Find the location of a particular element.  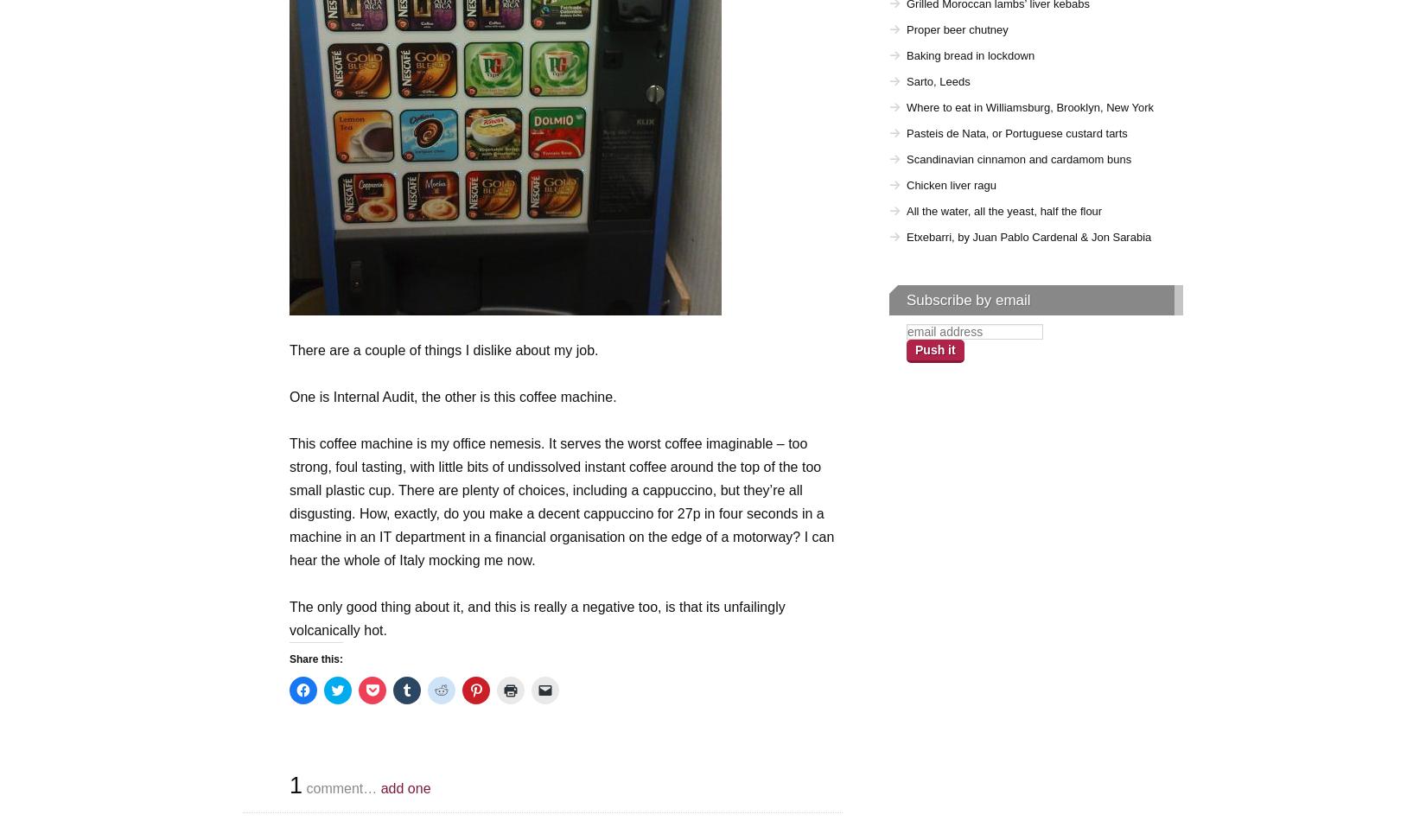

'Etxebarri, by Juan Pablo Cardenal & Jon Sarabia' is located at coordinates (1028, 237).